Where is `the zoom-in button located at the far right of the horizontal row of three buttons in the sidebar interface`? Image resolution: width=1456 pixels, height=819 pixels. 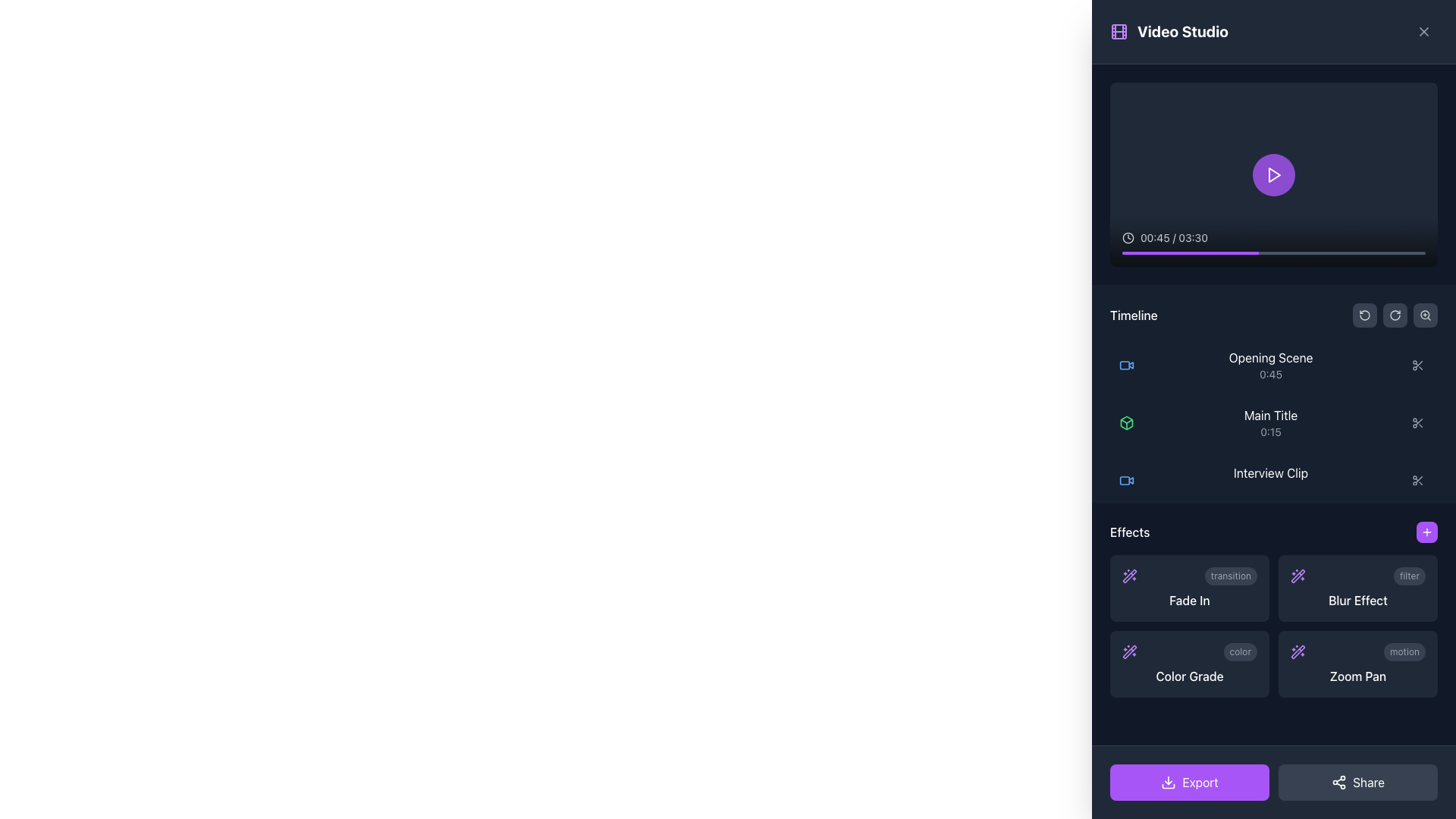 the zoom-in button located at the far right of the horizontal row of three buttons in the sidebar interface is located at coordinates (1425, 315).